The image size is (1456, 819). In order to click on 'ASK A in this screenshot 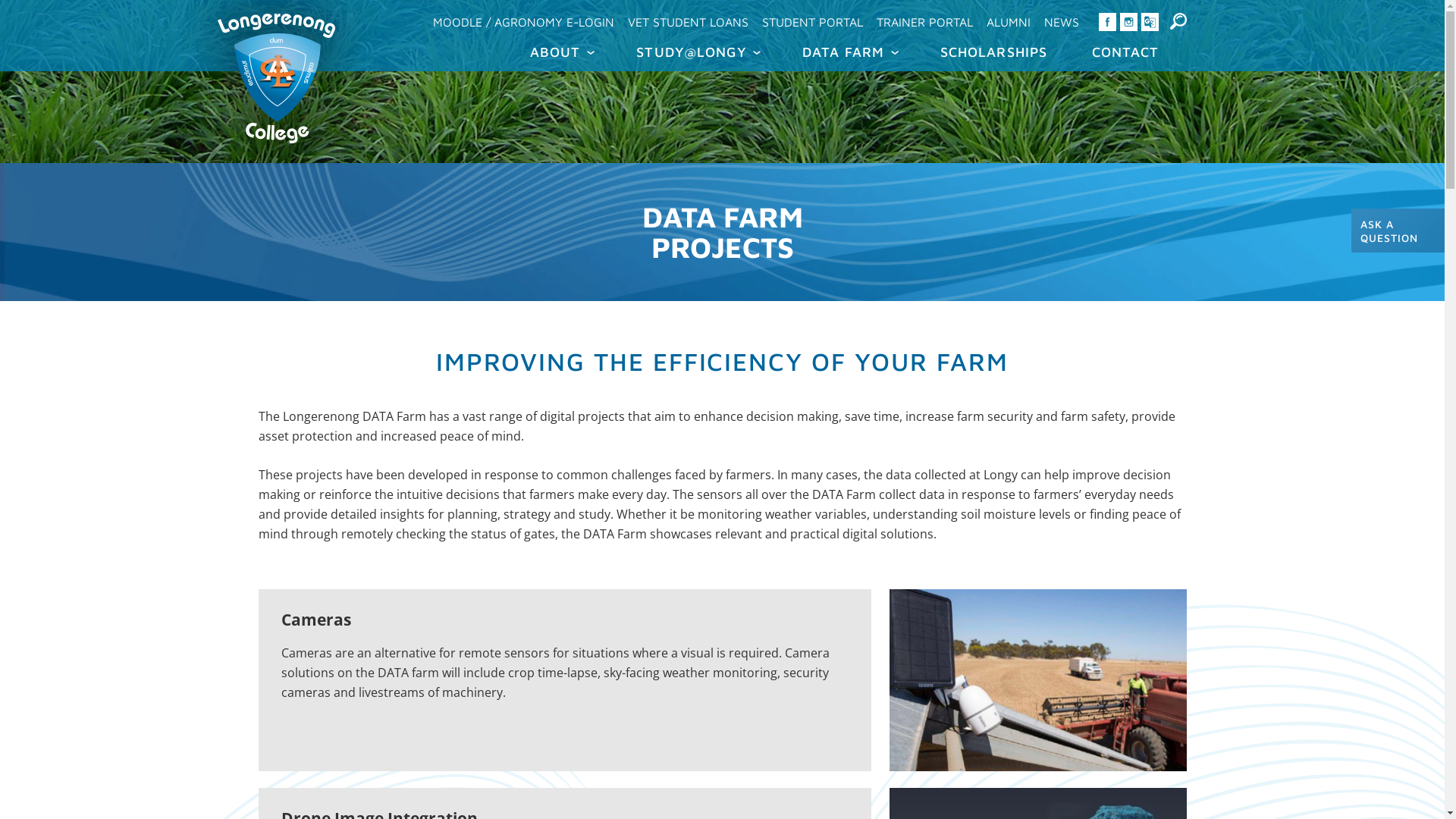, I will do `click(1397, 231)`.